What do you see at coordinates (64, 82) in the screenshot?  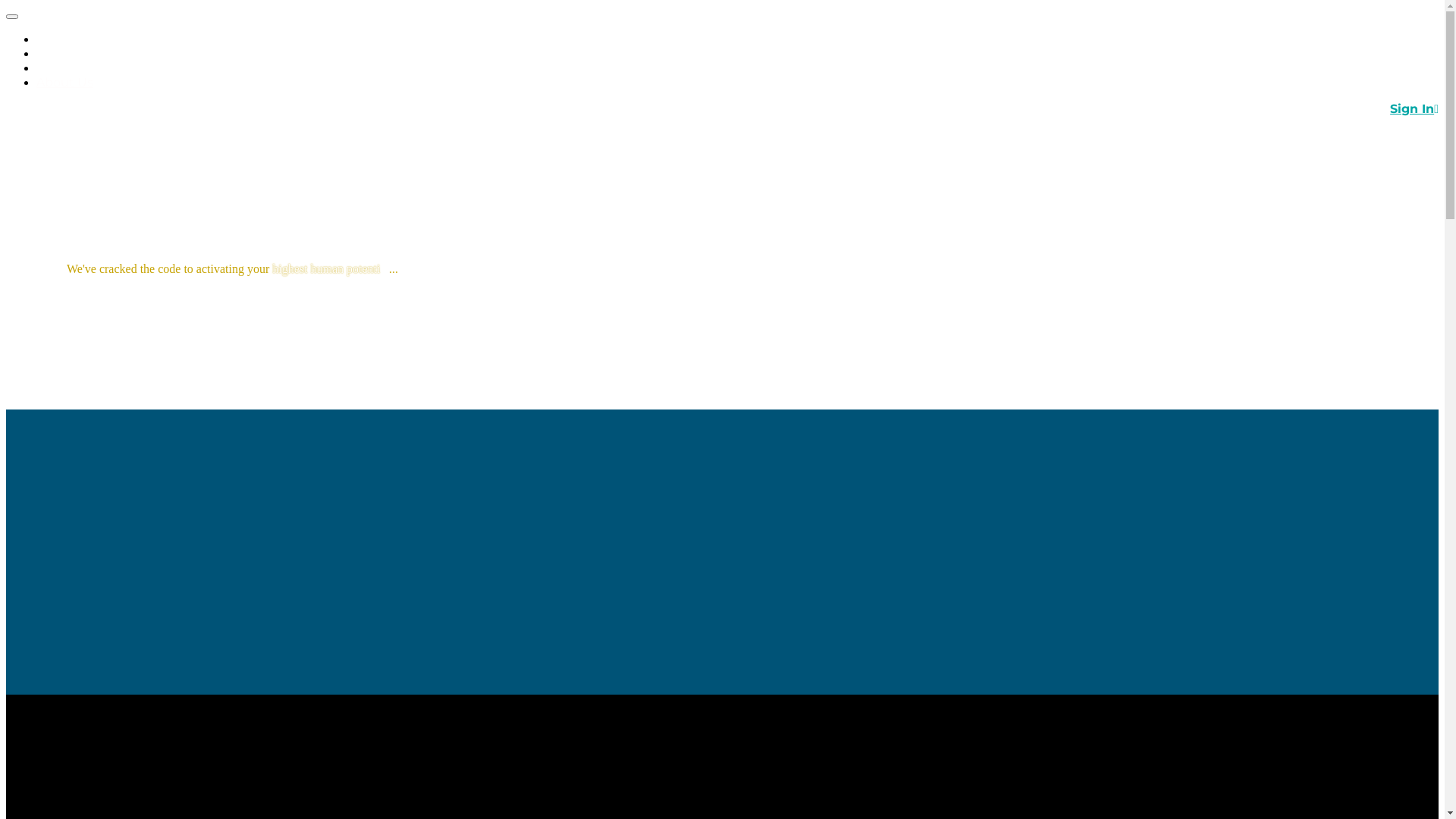 I see `'About Us'` at bounding box center [64, 82].